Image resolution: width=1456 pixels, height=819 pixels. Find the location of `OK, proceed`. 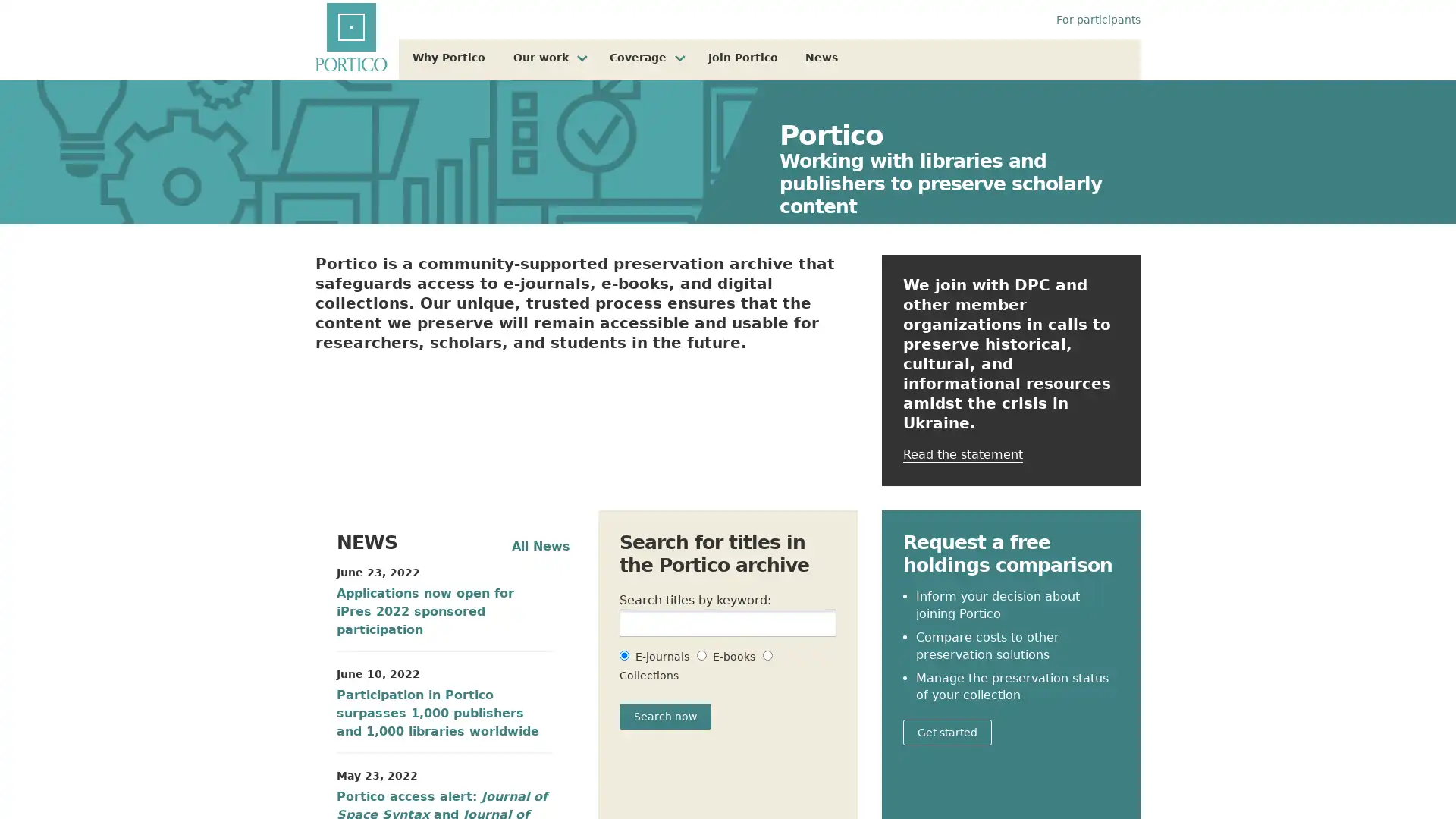

OK, proceed is located at coordinates (1169, 770).